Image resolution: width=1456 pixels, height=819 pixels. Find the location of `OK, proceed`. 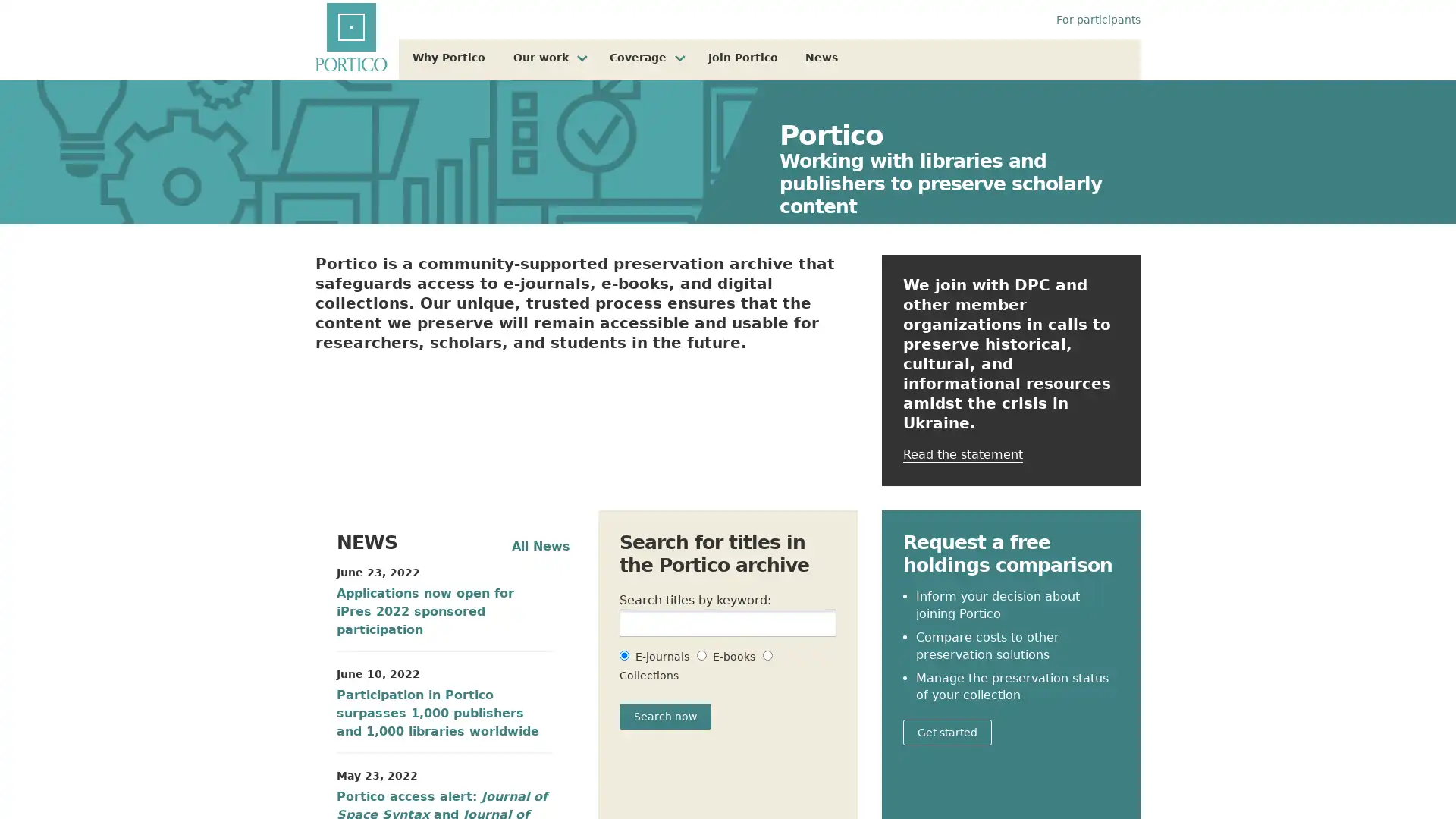

OK, proceed is located at coordinates (1169, 770).